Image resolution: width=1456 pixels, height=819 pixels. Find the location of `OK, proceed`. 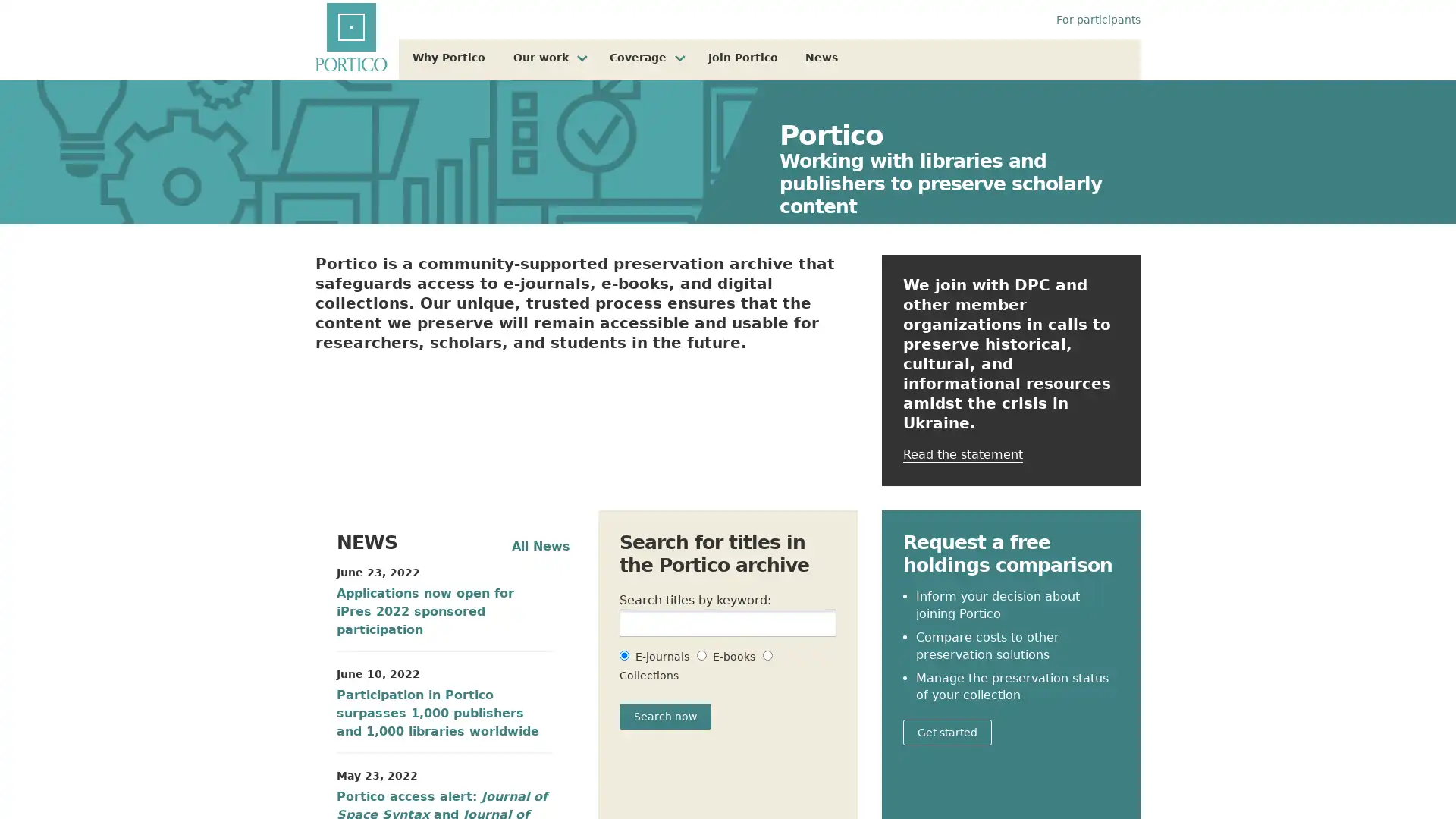

OK, proceed is located at coordinates (1169, 770).